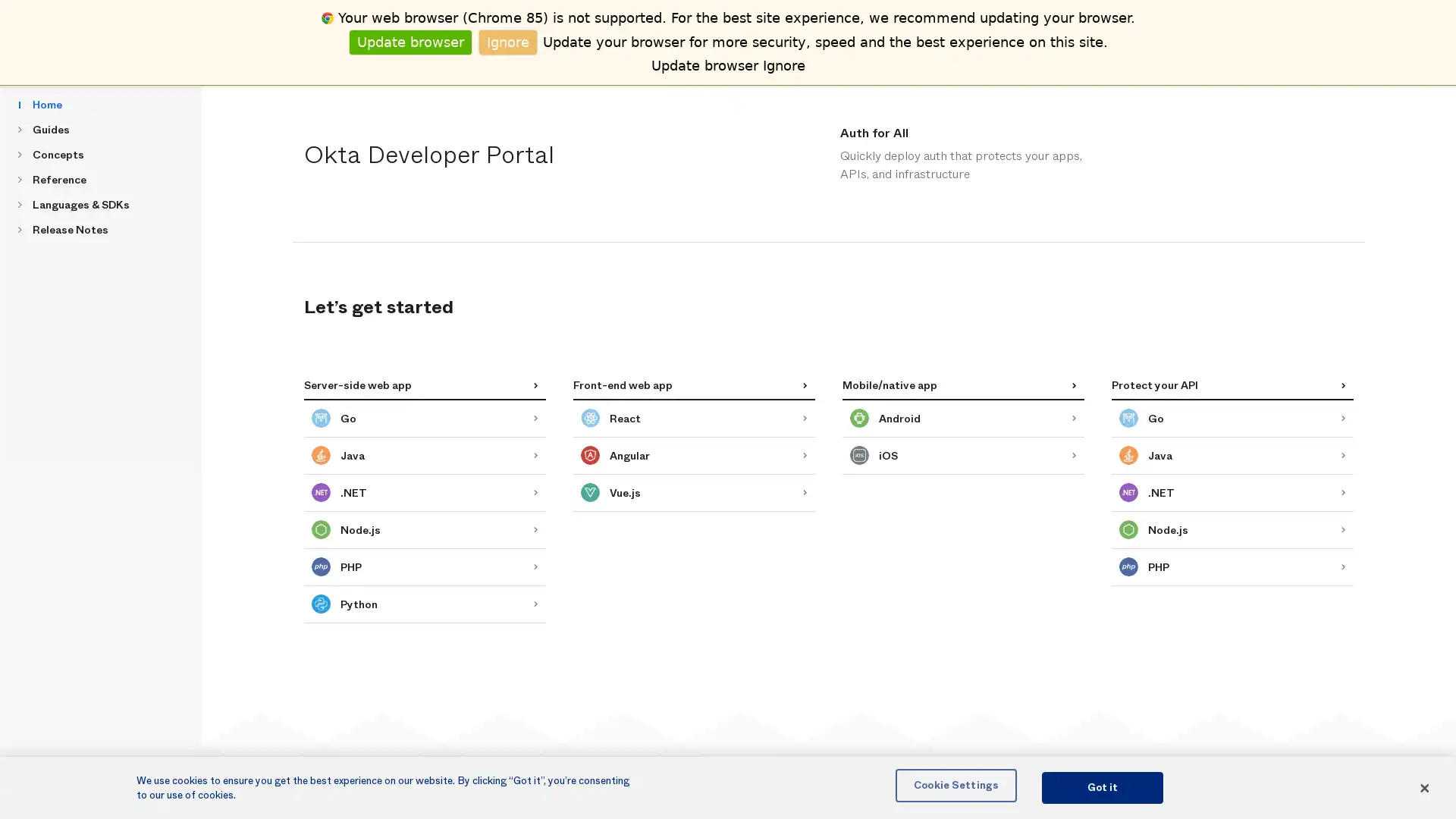 The height and width of the screenshot is (819, 1456). Describe the element at coordinates (1103, 786) in the screenshot. I see `Got it` at that location.